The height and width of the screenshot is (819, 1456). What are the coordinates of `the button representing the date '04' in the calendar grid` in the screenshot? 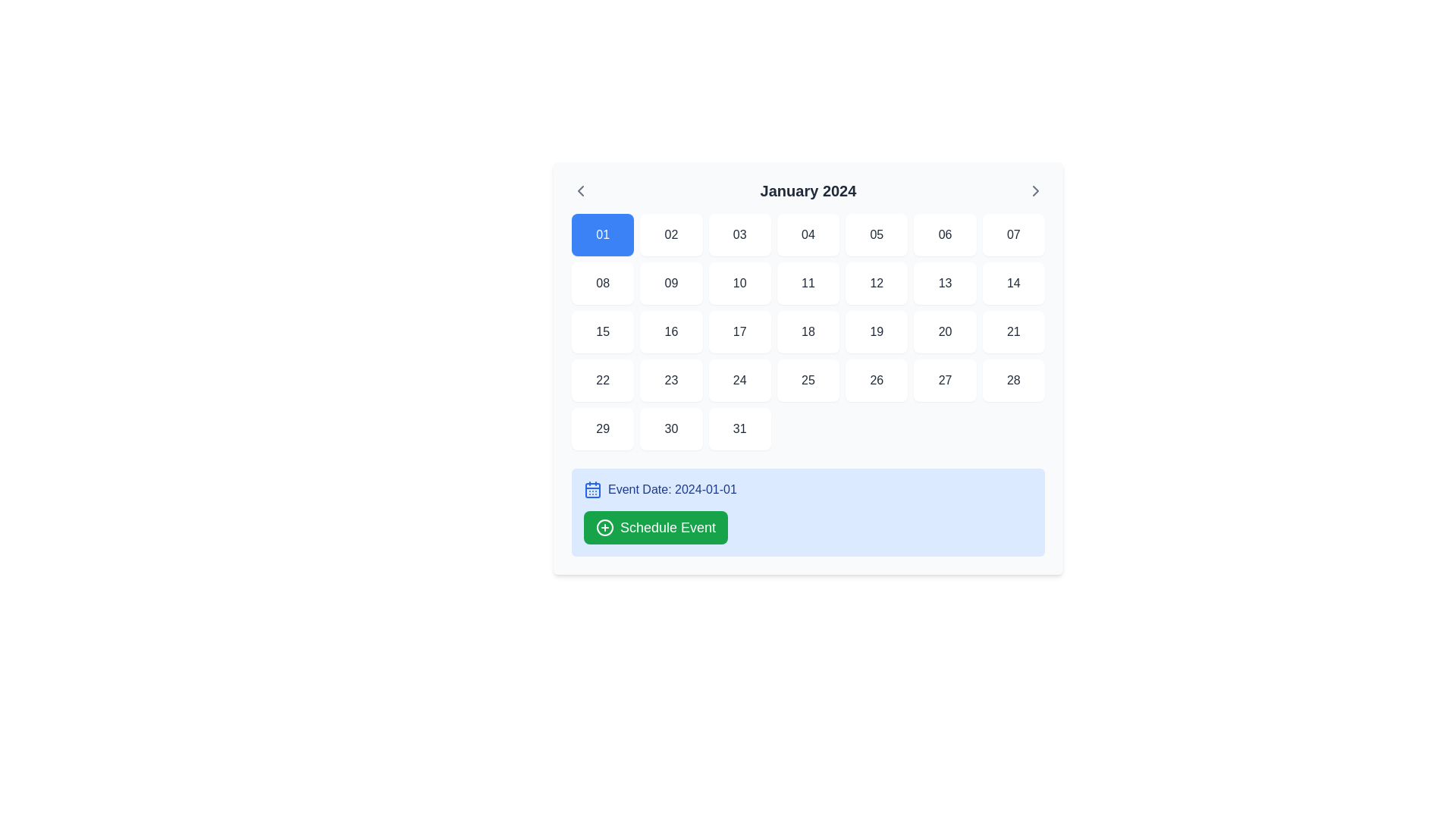 It's located at (807, 234).